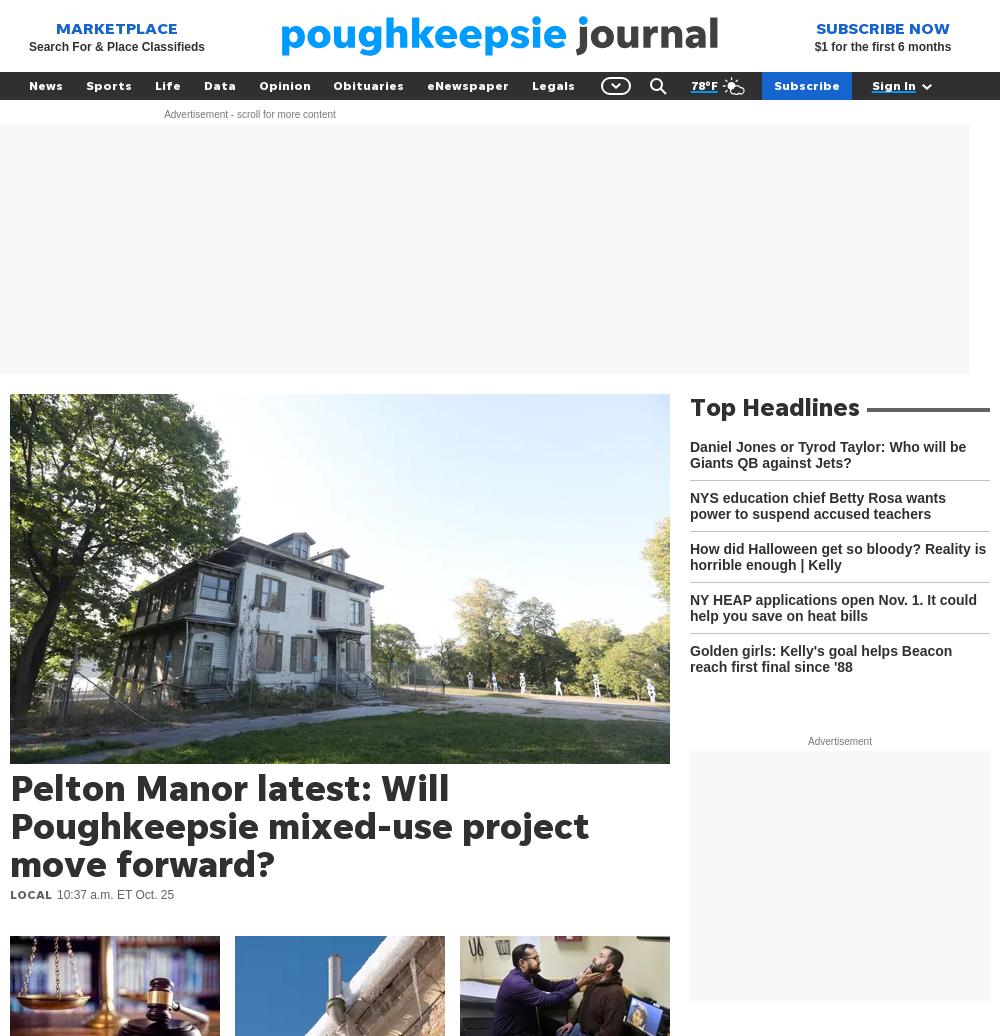 The height and width of the screenshot is (1036, 1000). Describe the element at coordinates (300, 824) in the screenshot. I see `'Pelton Manor latest: Will Poughkeepsie mixed-use project move forward?'` at that location.